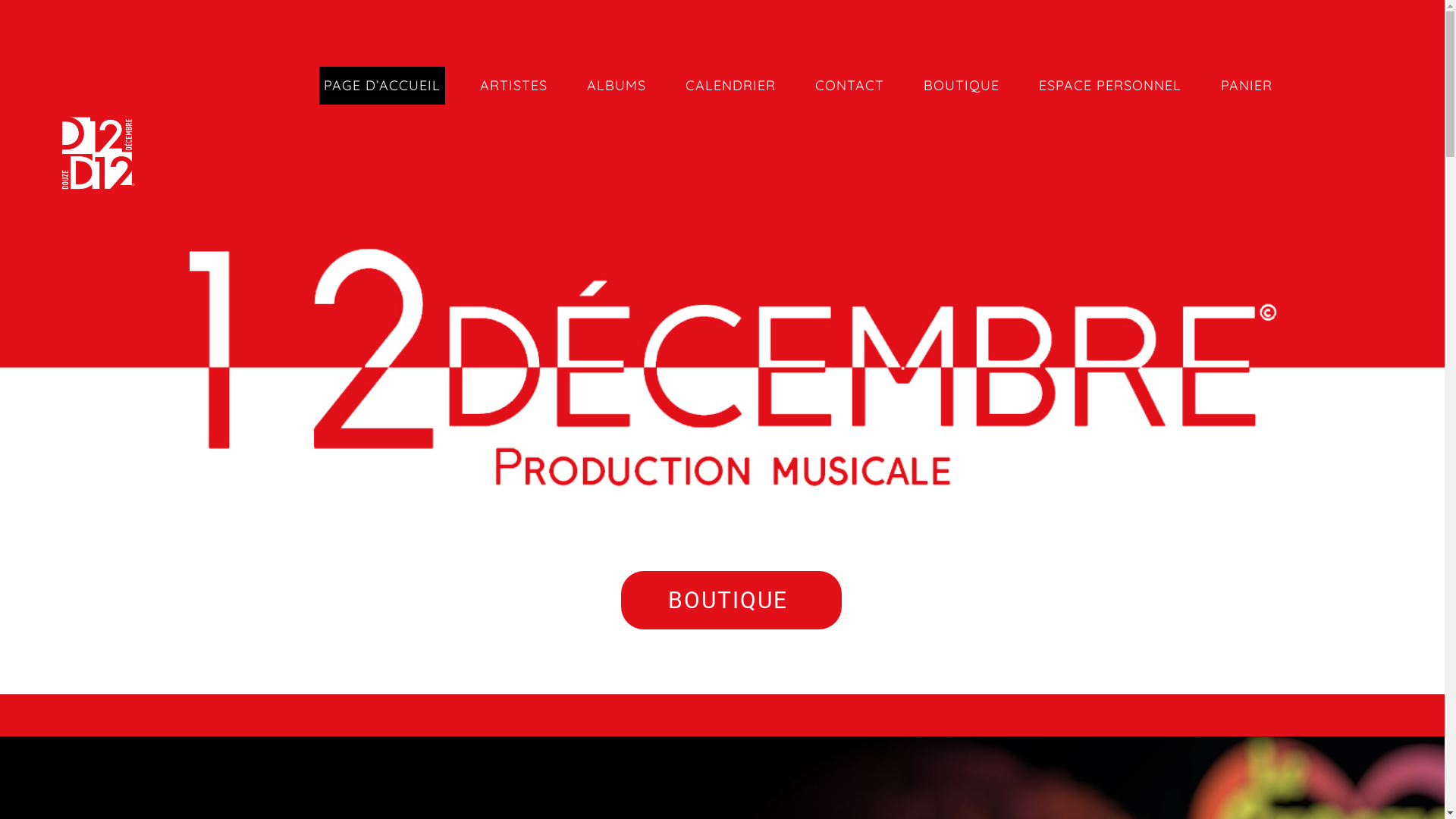 This screenshot has height=819, width=1456. I want to click on 'ALBUMS', so click(616, 85).